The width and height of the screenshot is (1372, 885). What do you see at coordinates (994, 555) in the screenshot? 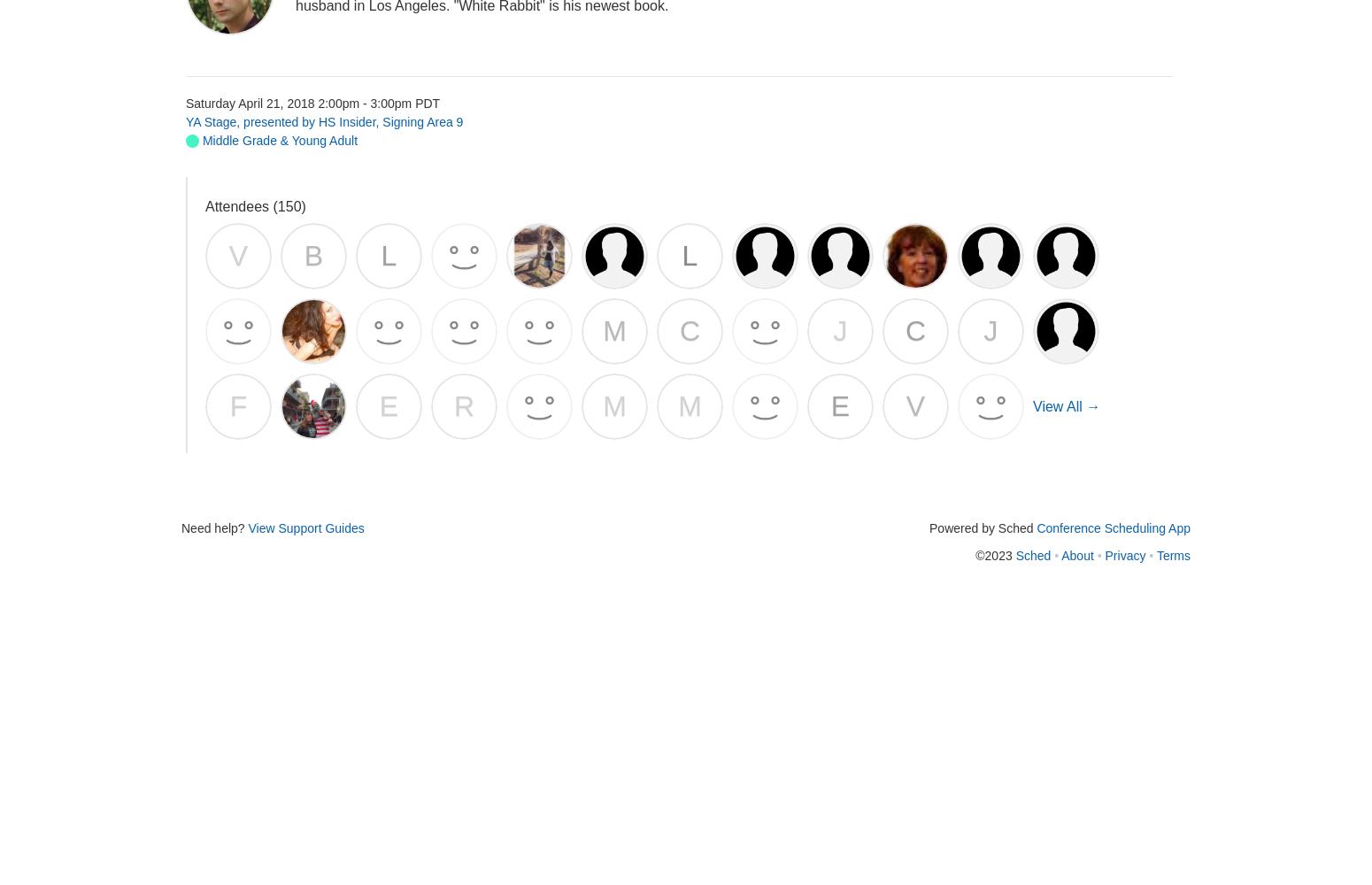
I see `'©2023'` at bounding box center [994, 555].